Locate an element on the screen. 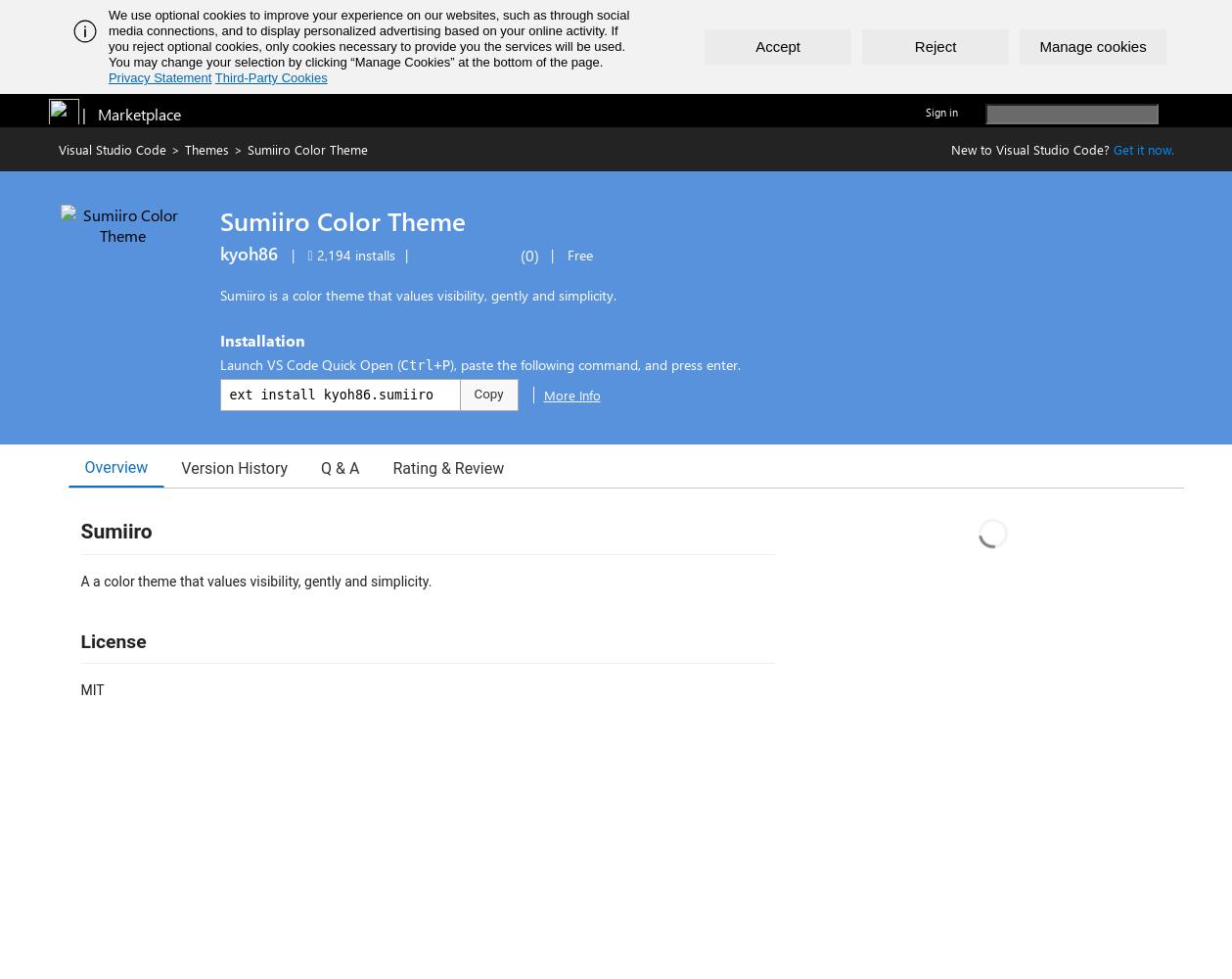  '|   Marketplace' is located at coordinates (80, 113).